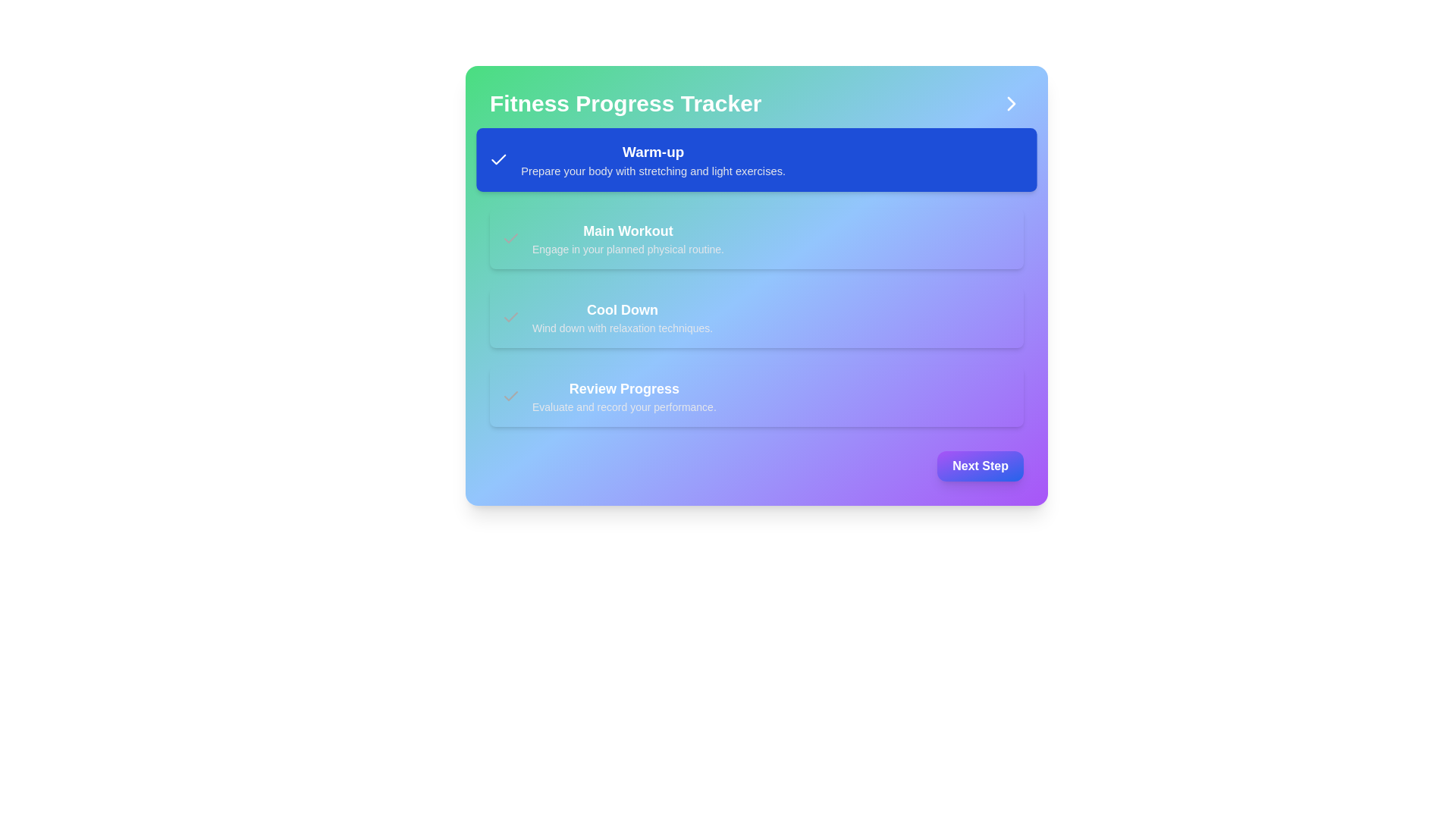 The image size is (1456, 819). I want to click on the 'Cool Down' text label, which features bold text and a gradient background, positioned as the third step in a vertical list of steps, so click(622, 317).